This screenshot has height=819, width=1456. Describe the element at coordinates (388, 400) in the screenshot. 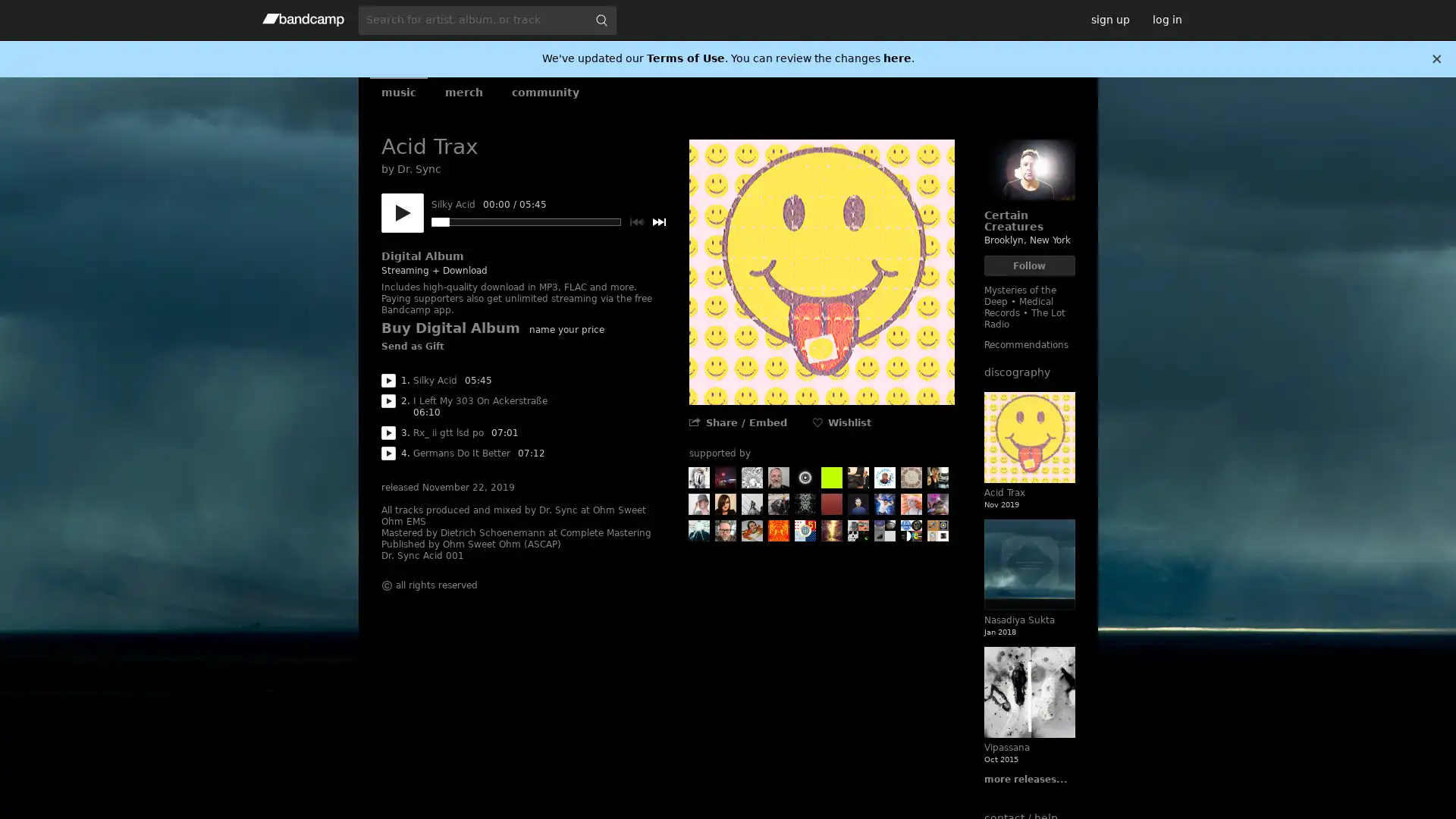

I see `Play I Left My 303 On Ackerstrae` at that location.